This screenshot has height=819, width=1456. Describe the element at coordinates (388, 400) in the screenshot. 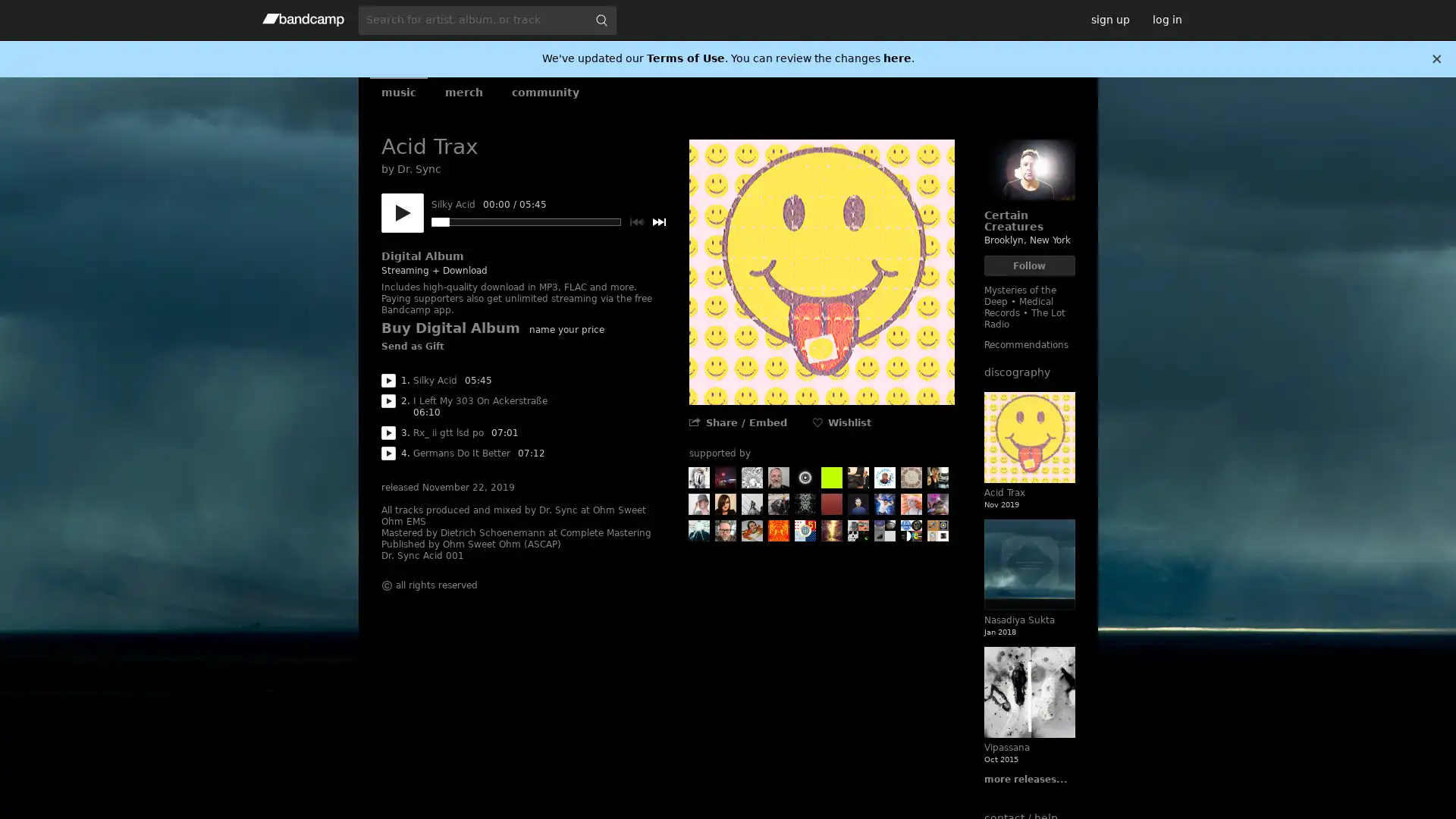

I see `Play I Left My 303 On Ackerstrae` at that location.